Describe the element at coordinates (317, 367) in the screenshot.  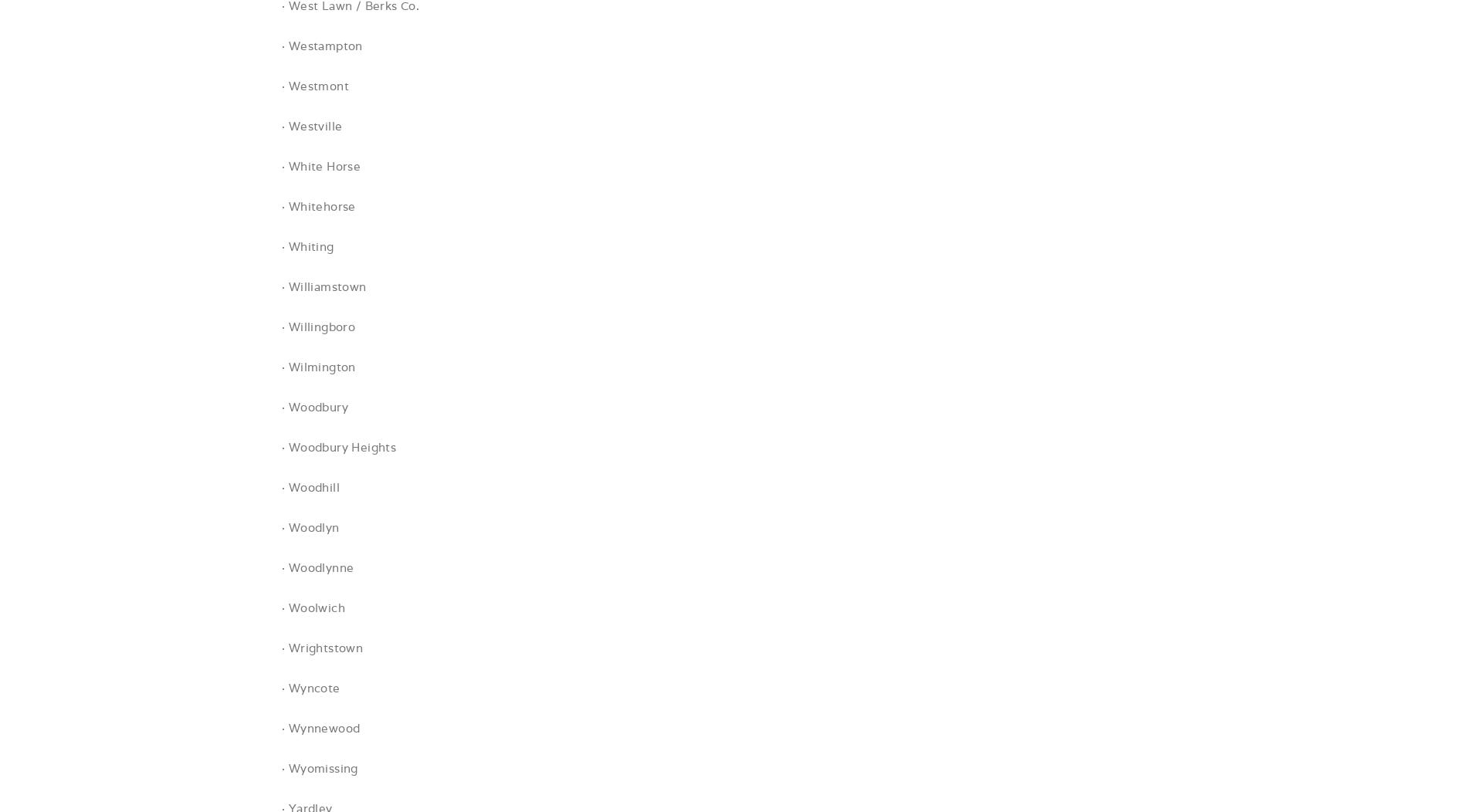
I see `'· Wilmington'` at that location.